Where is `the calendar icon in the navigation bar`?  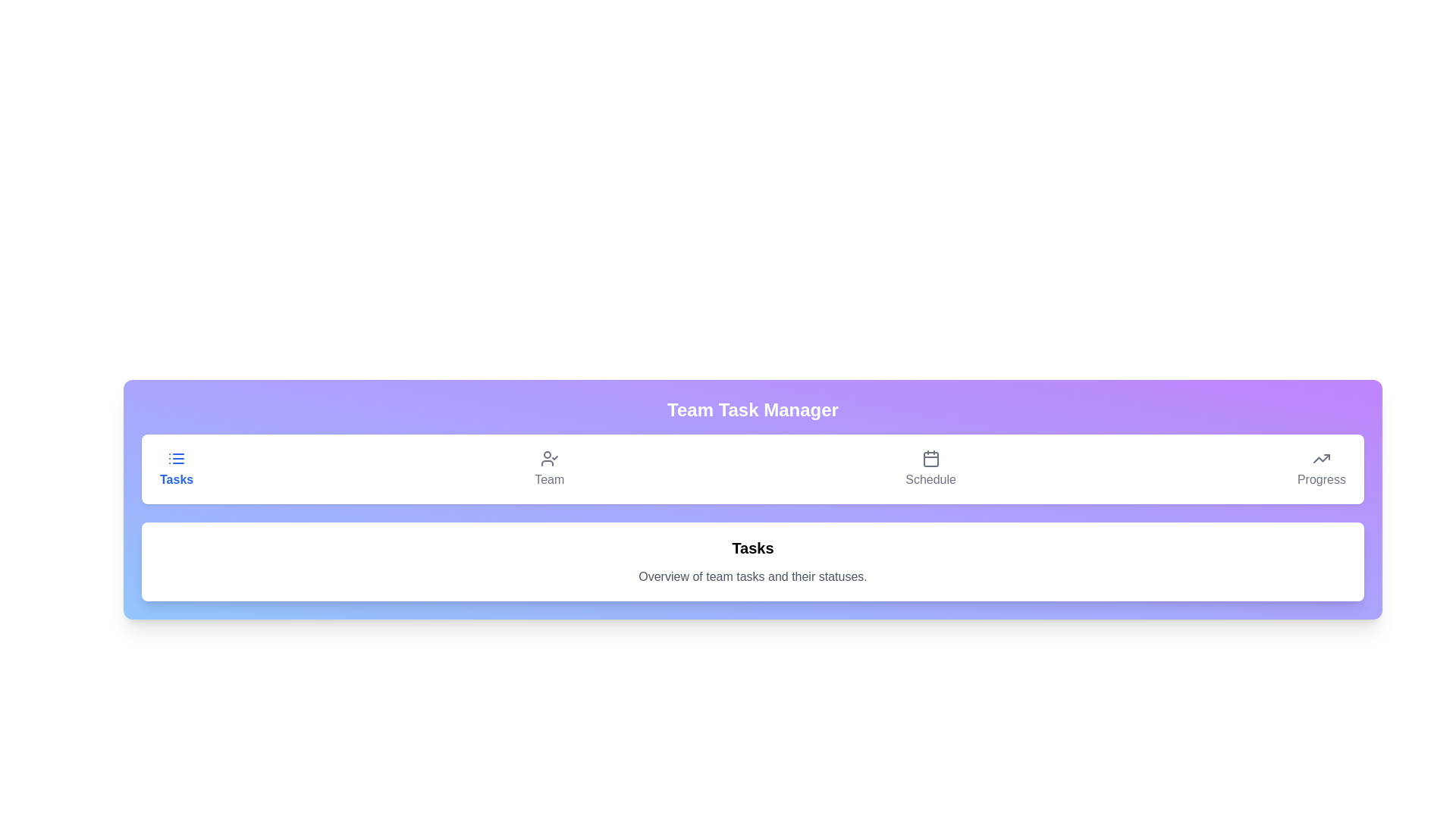
the calendar icon in the navigation bar is located at coordinates (930, 458).